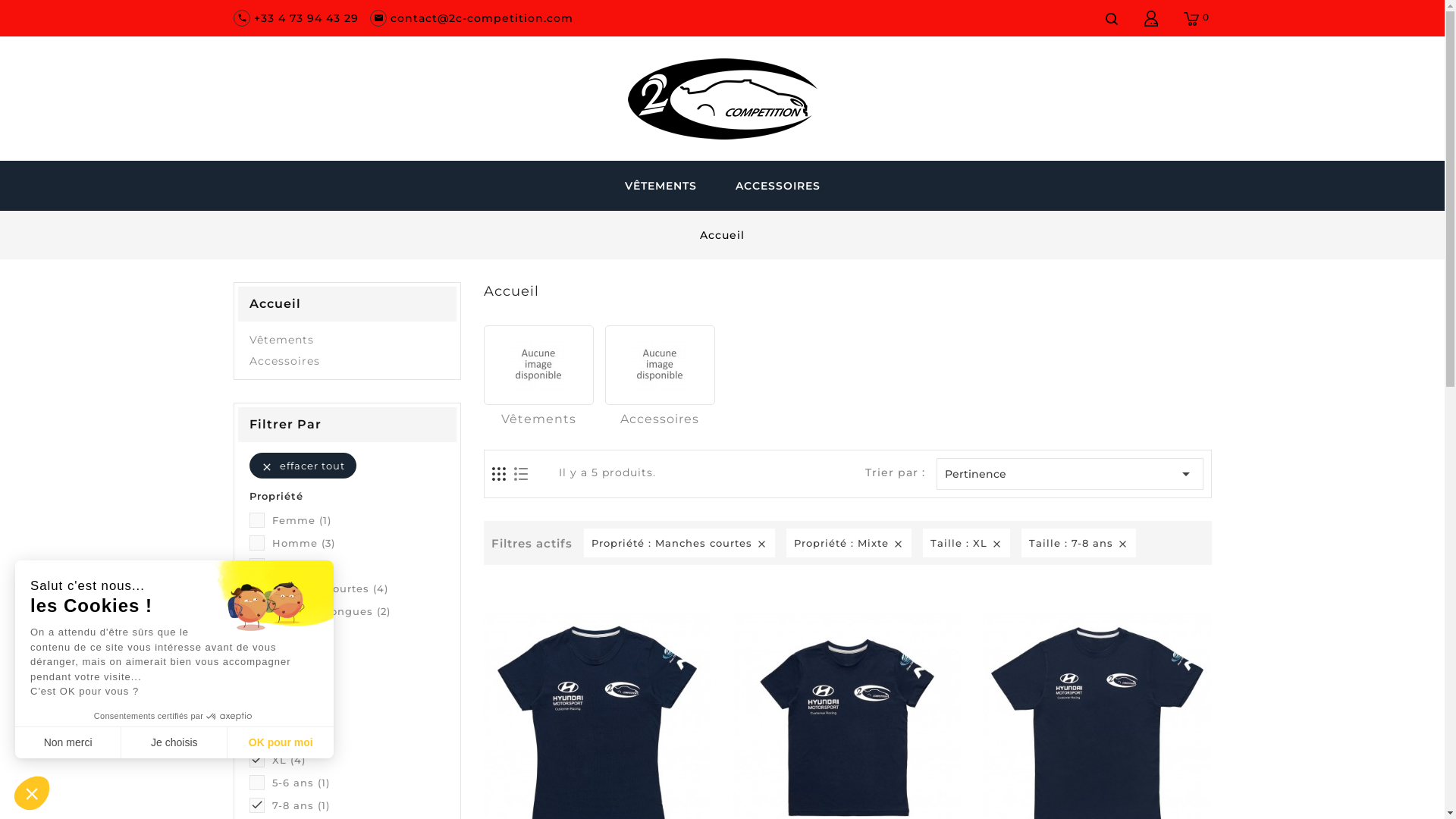 This screenshot has height=819, width=1456. I want to click on 'Accessoires', so click(345, 360).